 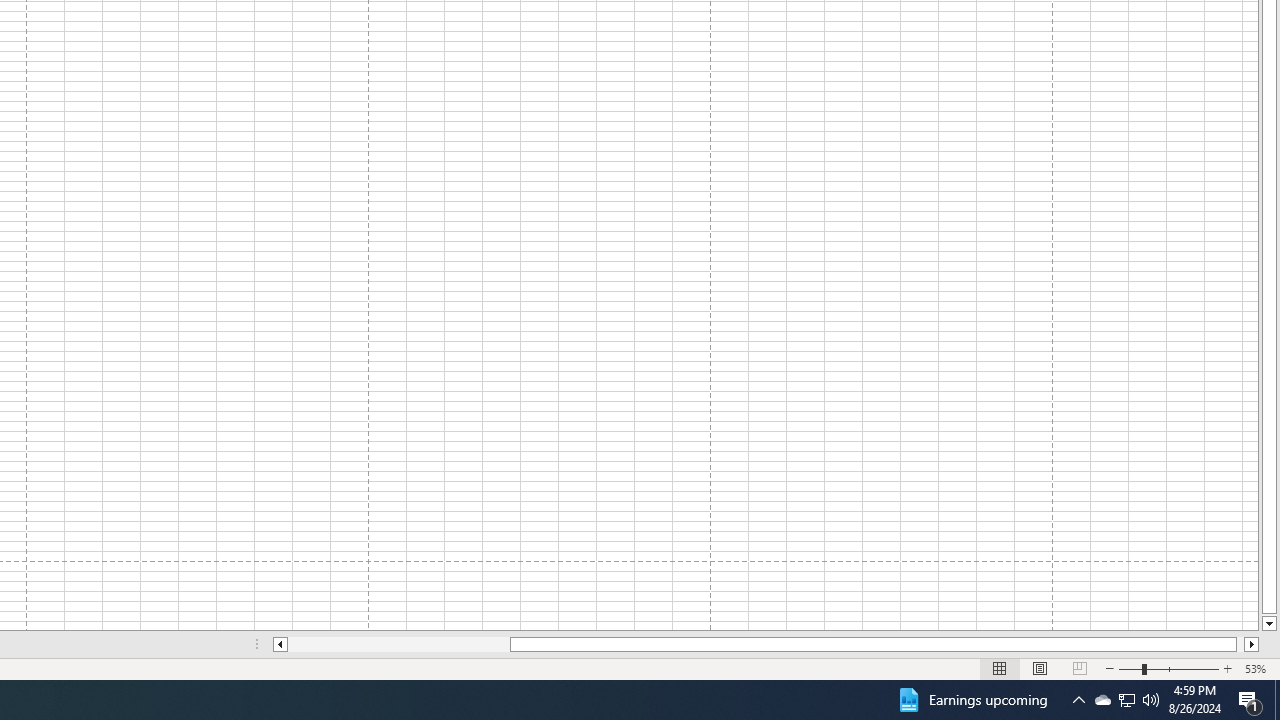 What do you see at coordinates (398, 644) in the screenshot?
I see `'Page left'` at bounding box center [398, 644].